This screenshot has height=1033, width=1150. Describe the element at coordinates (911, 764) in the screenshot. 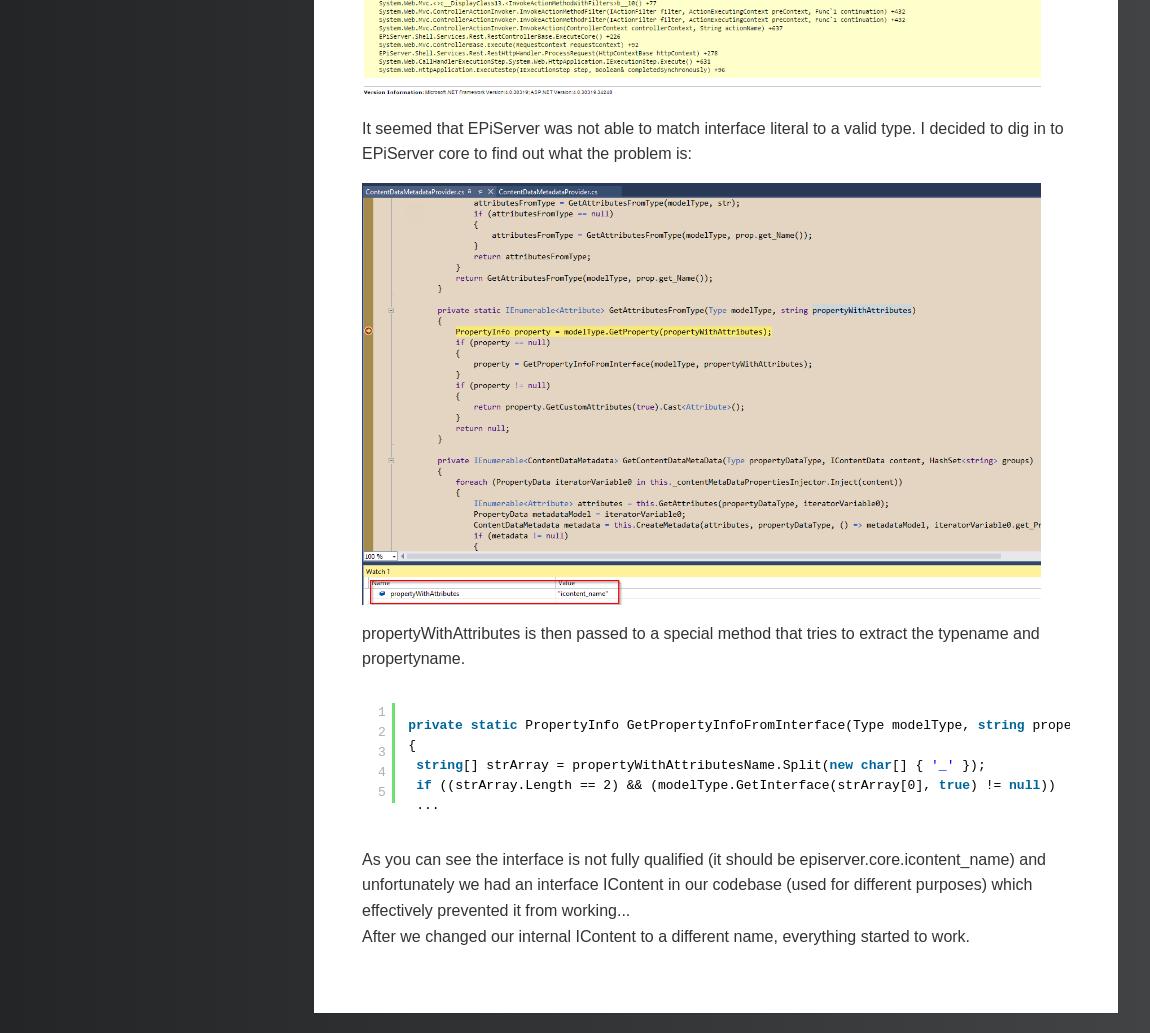

I see `'[] {'` at that location.